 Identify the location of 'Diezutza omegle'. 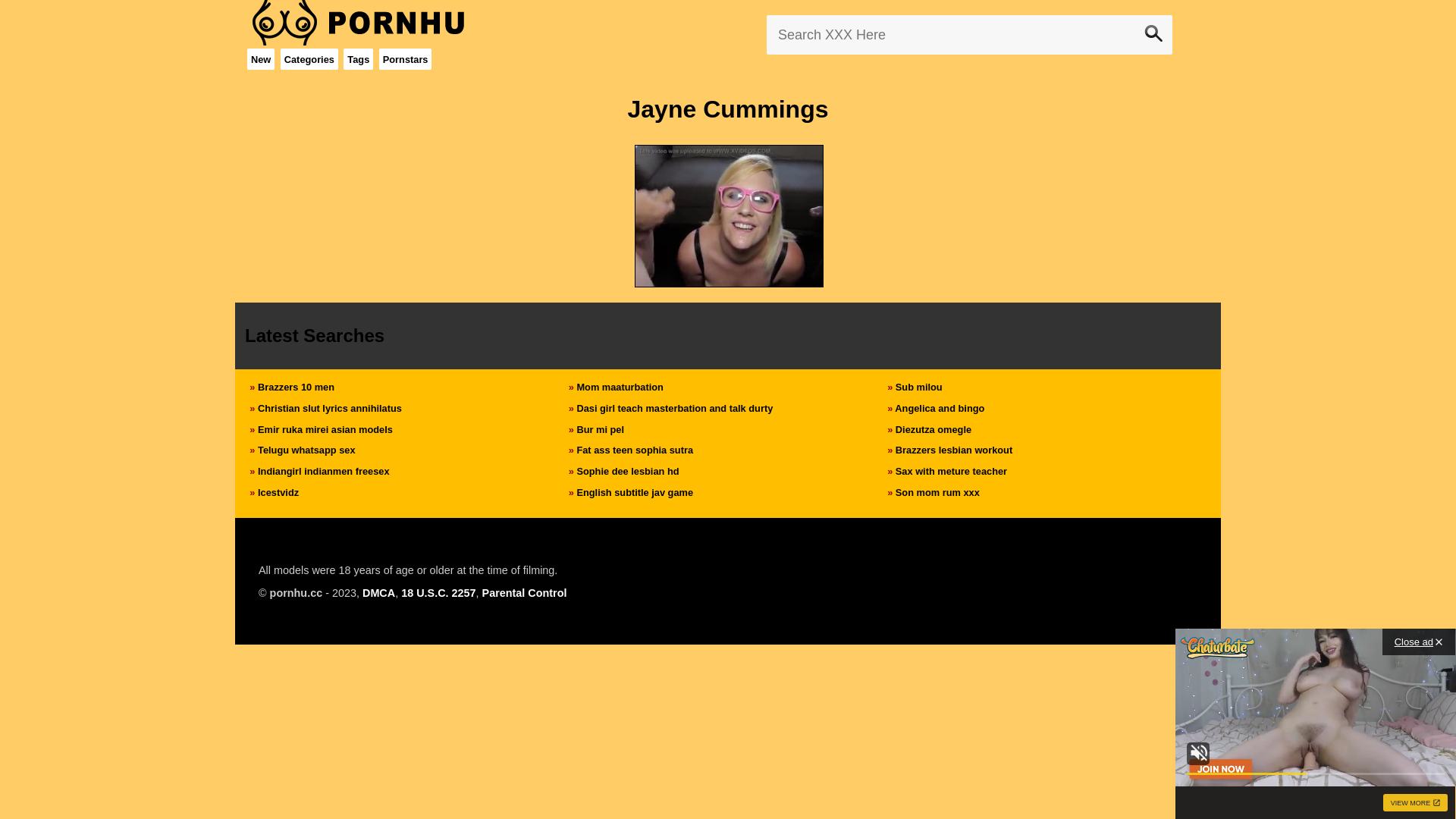
(932, 429).